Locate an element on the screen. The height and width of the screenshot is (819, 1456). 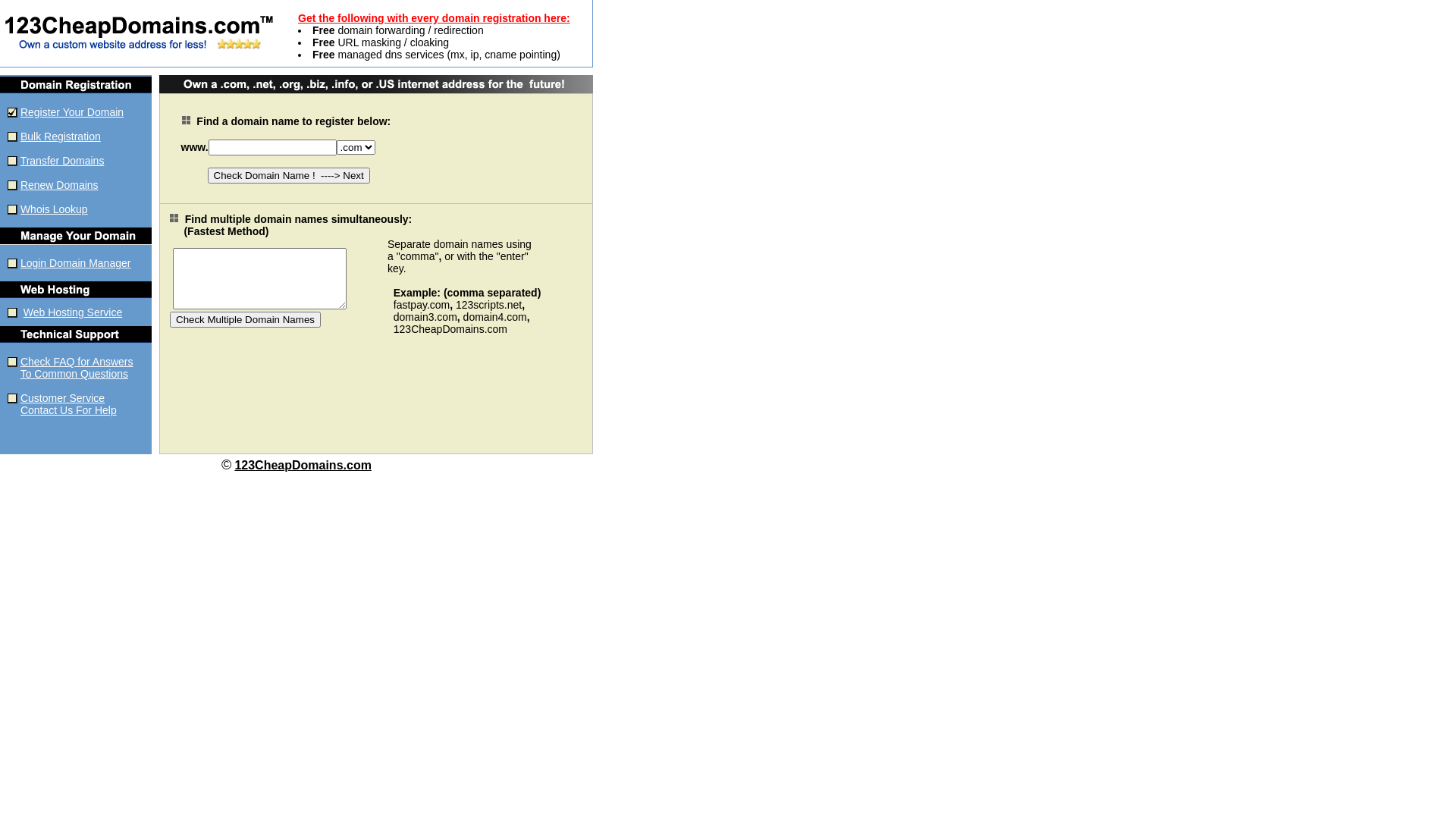
'To Common Questions' is located at coordinates (73, 374).